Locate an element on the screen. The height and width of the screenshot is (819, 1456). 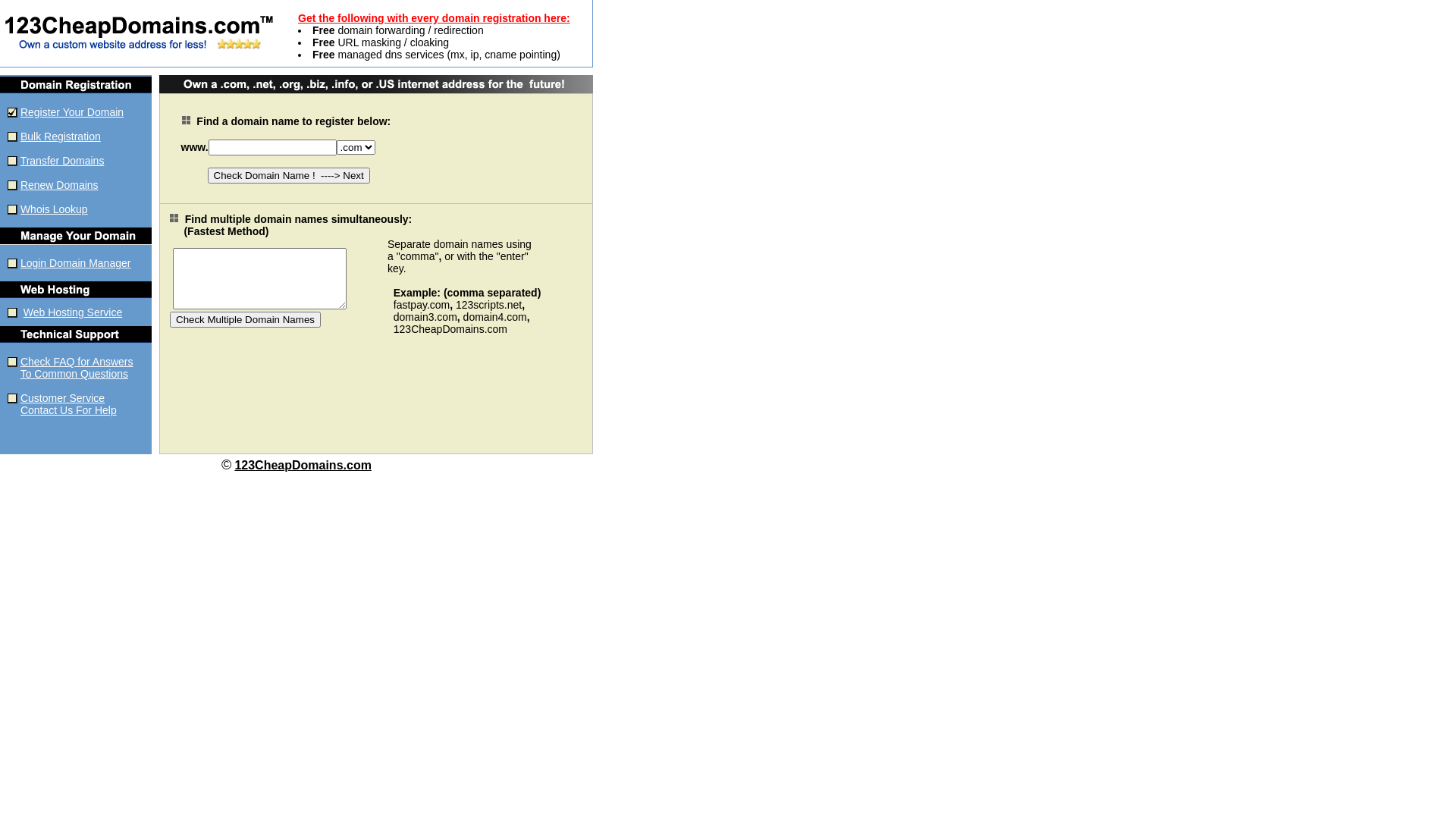
'To Common Questions' is located at coordinates (73, 374).